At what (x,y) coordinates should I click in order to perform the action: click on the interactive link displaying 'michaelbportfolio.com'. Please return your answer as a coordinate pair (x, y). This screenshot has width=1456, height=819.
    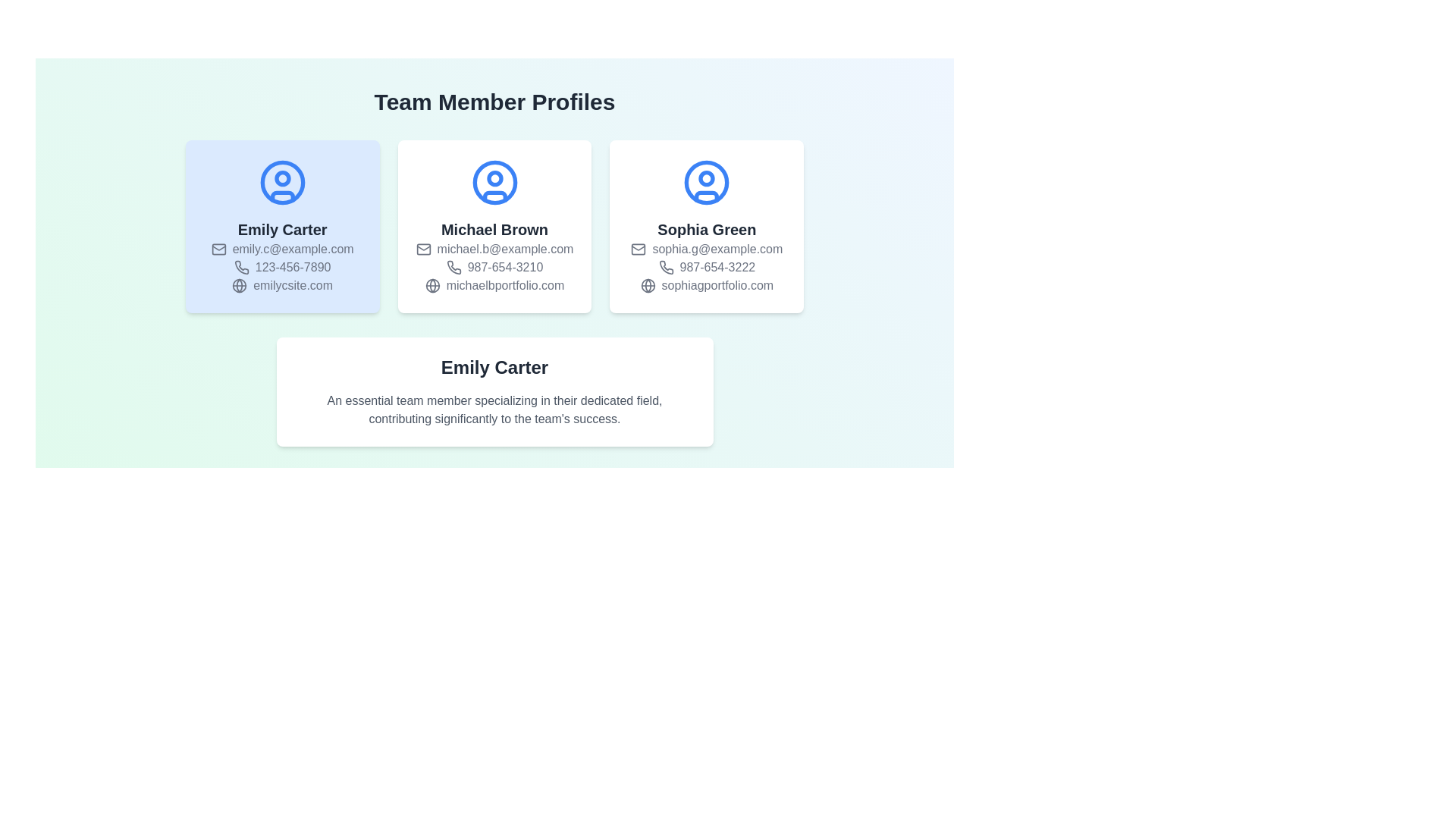
    Looking at the image, I should click on (494, 286).